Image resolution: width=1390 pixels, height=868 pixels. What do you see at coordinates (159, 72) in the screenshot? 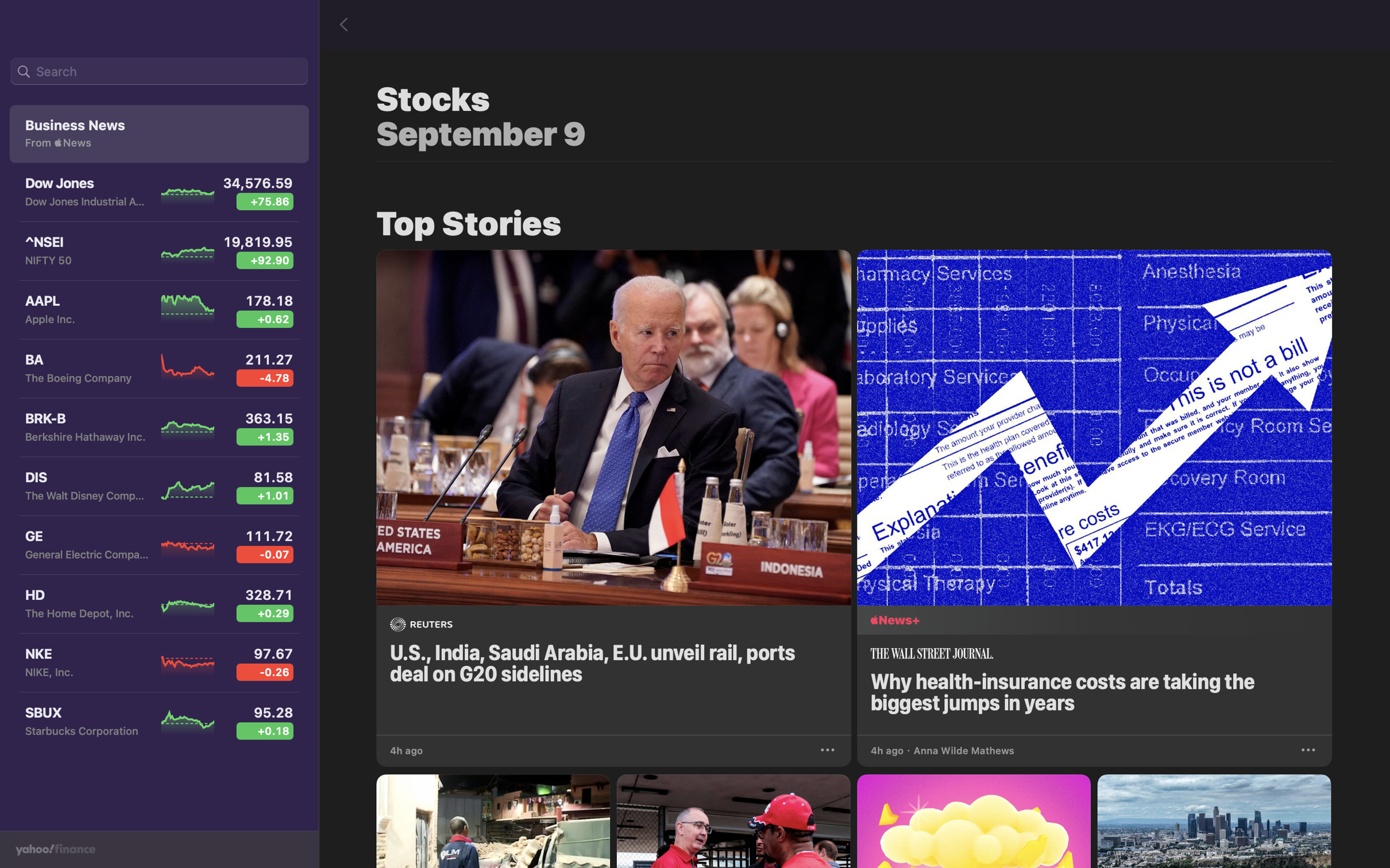
I see `Locate the "Berkshire Hathway" stock by typing its name into the search field at the top left` at bounding box center [159, 72].